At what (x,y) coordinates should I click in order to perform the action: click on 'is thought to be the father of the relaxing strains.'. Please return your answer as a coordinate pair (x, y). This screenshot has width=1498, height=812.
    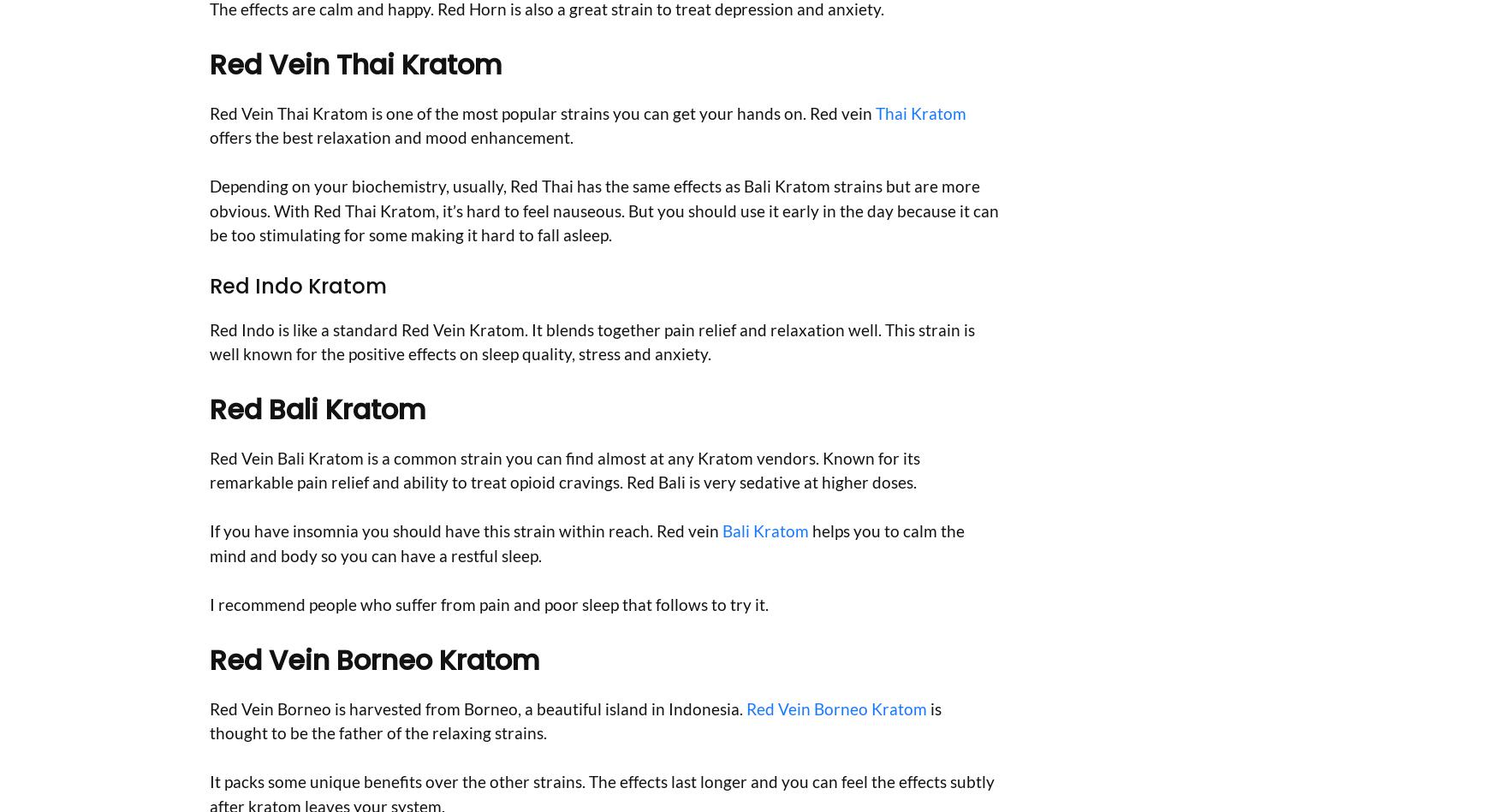
    Looking at the image, I should click on (574, 719).